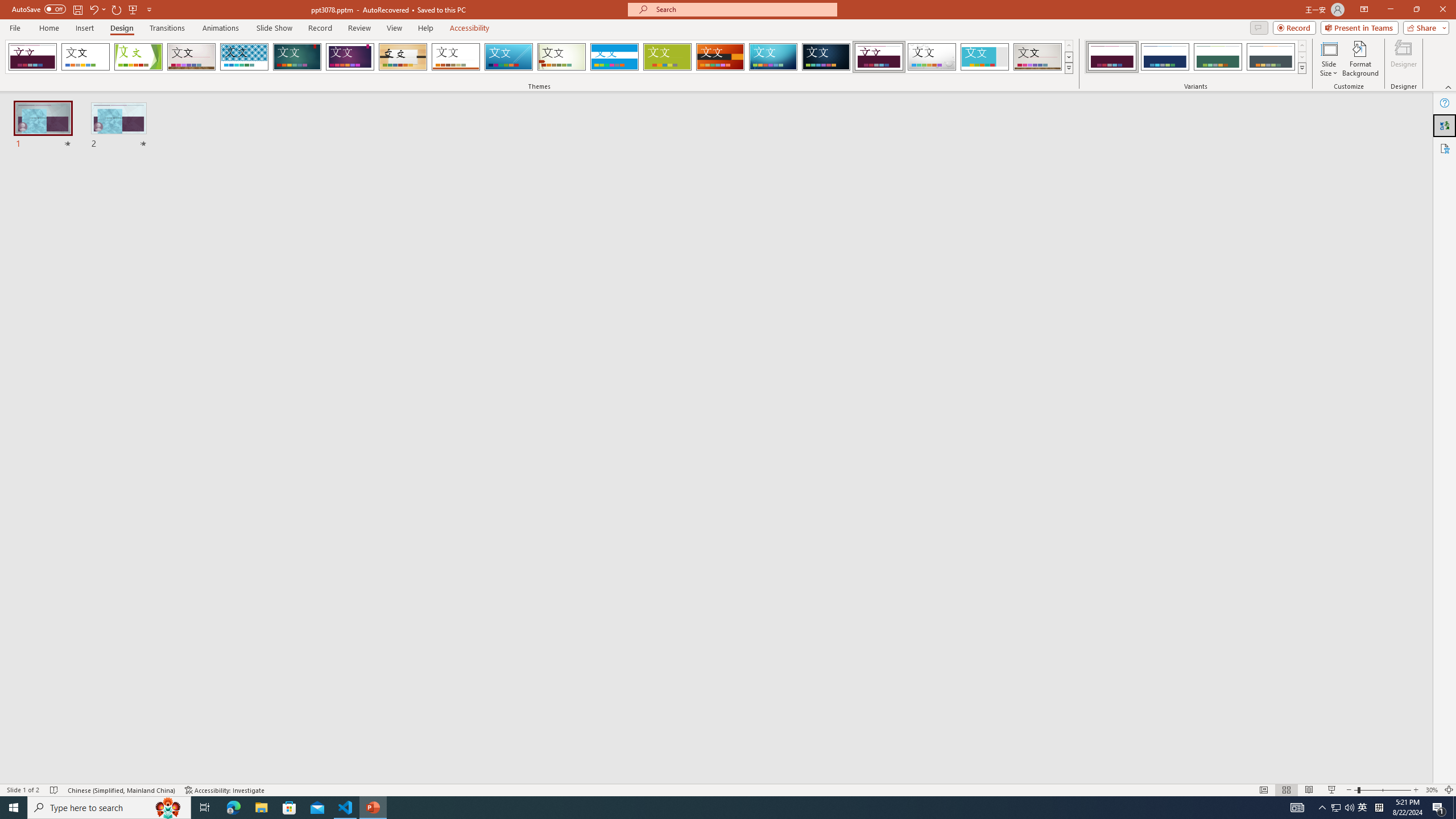  I want to click on 'Zoom 30%', so click(1431, 790).